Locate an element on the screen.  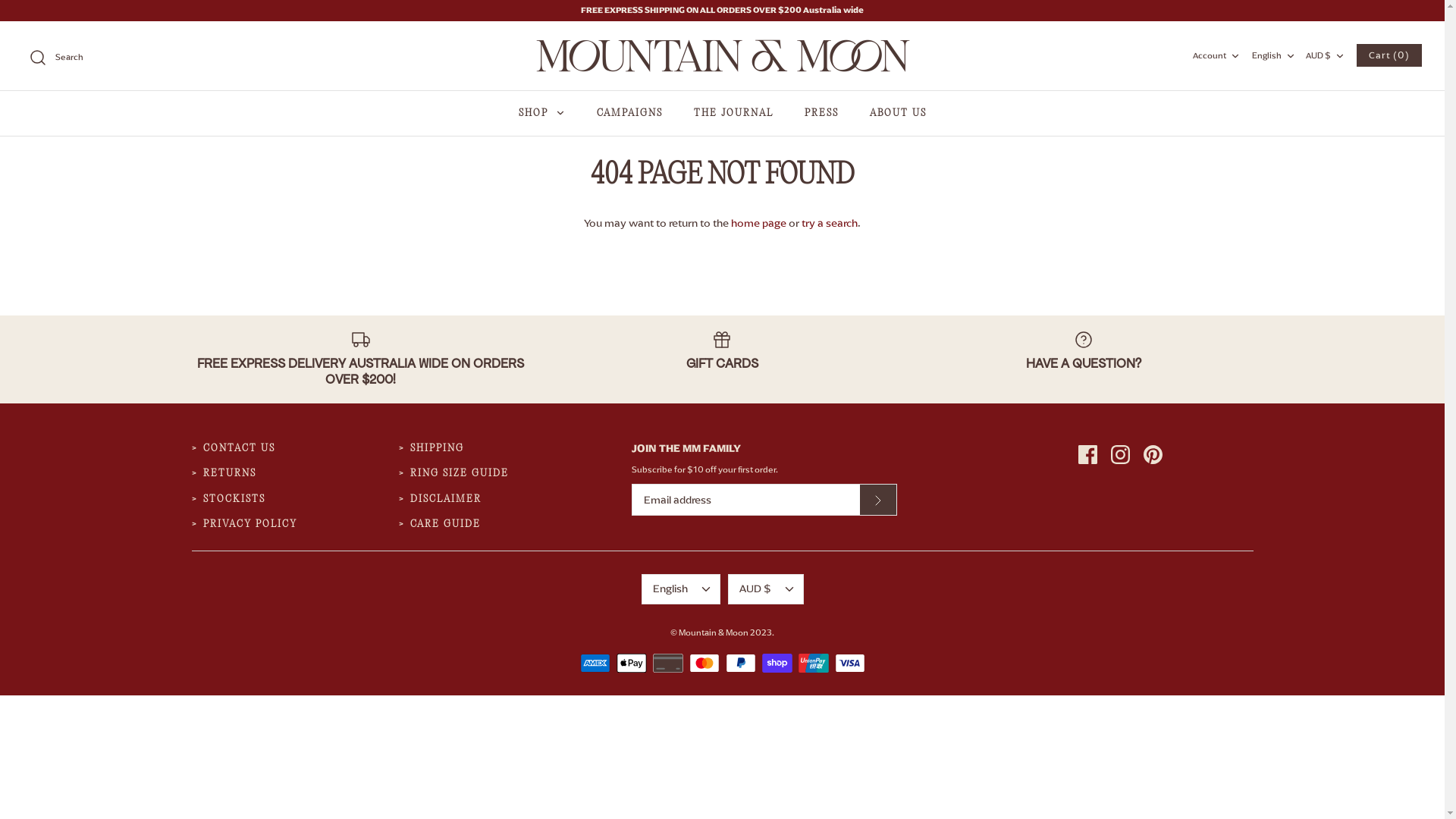
'PRIVACY POLICY' is located at coordinates (250, 523).